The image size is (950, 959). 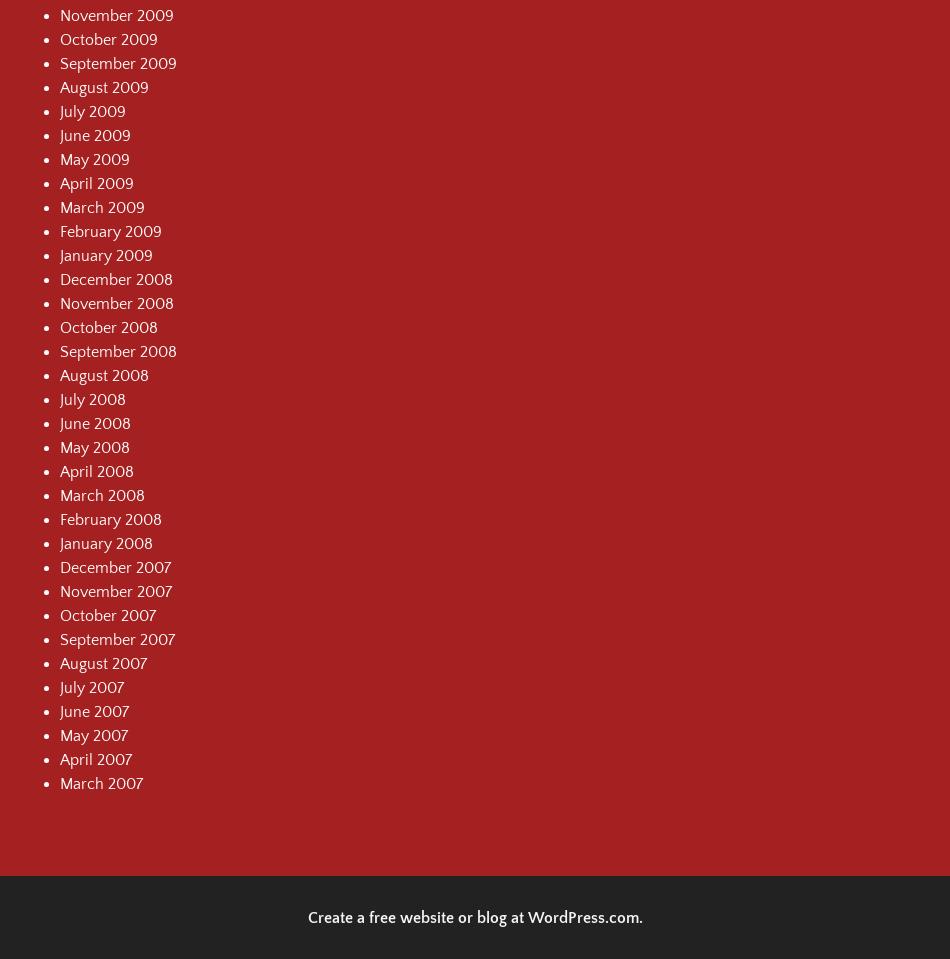 I want to click on 'April 2008', so click(x=60, y=469).